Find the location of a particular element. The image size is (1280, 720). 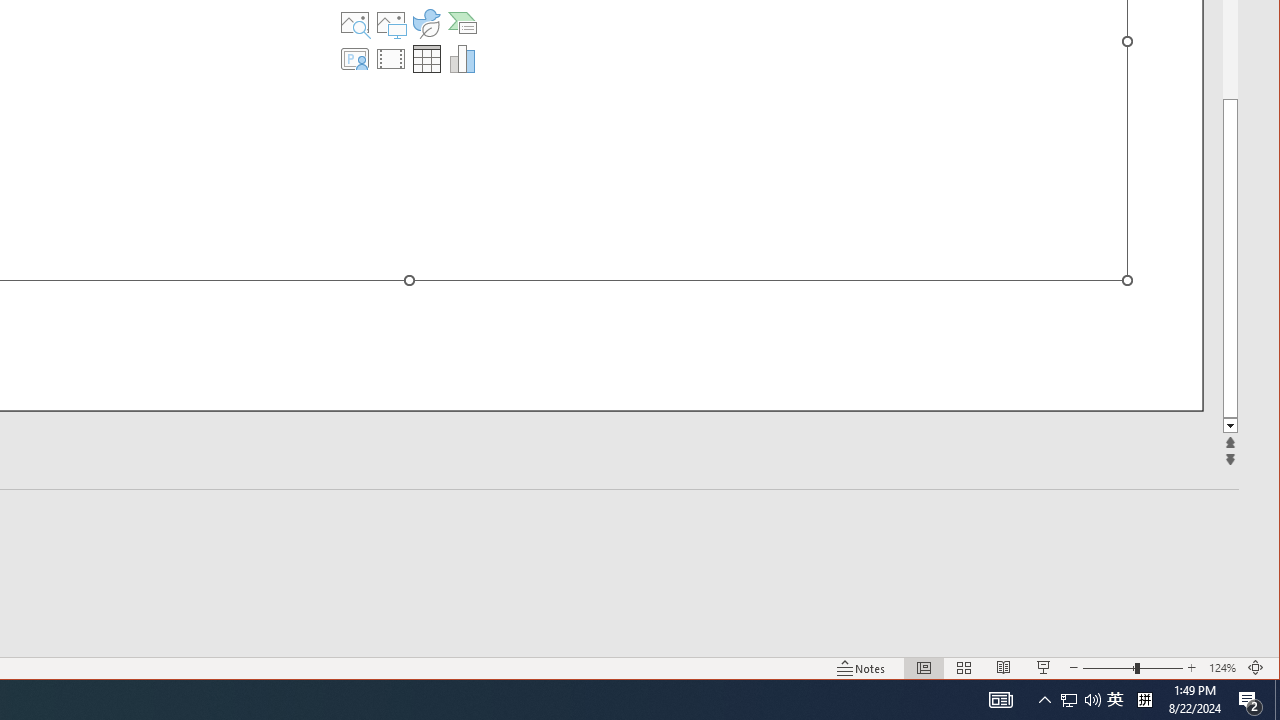

'Insert a SmartArt Graphic' is located at coordinates (461, 23).